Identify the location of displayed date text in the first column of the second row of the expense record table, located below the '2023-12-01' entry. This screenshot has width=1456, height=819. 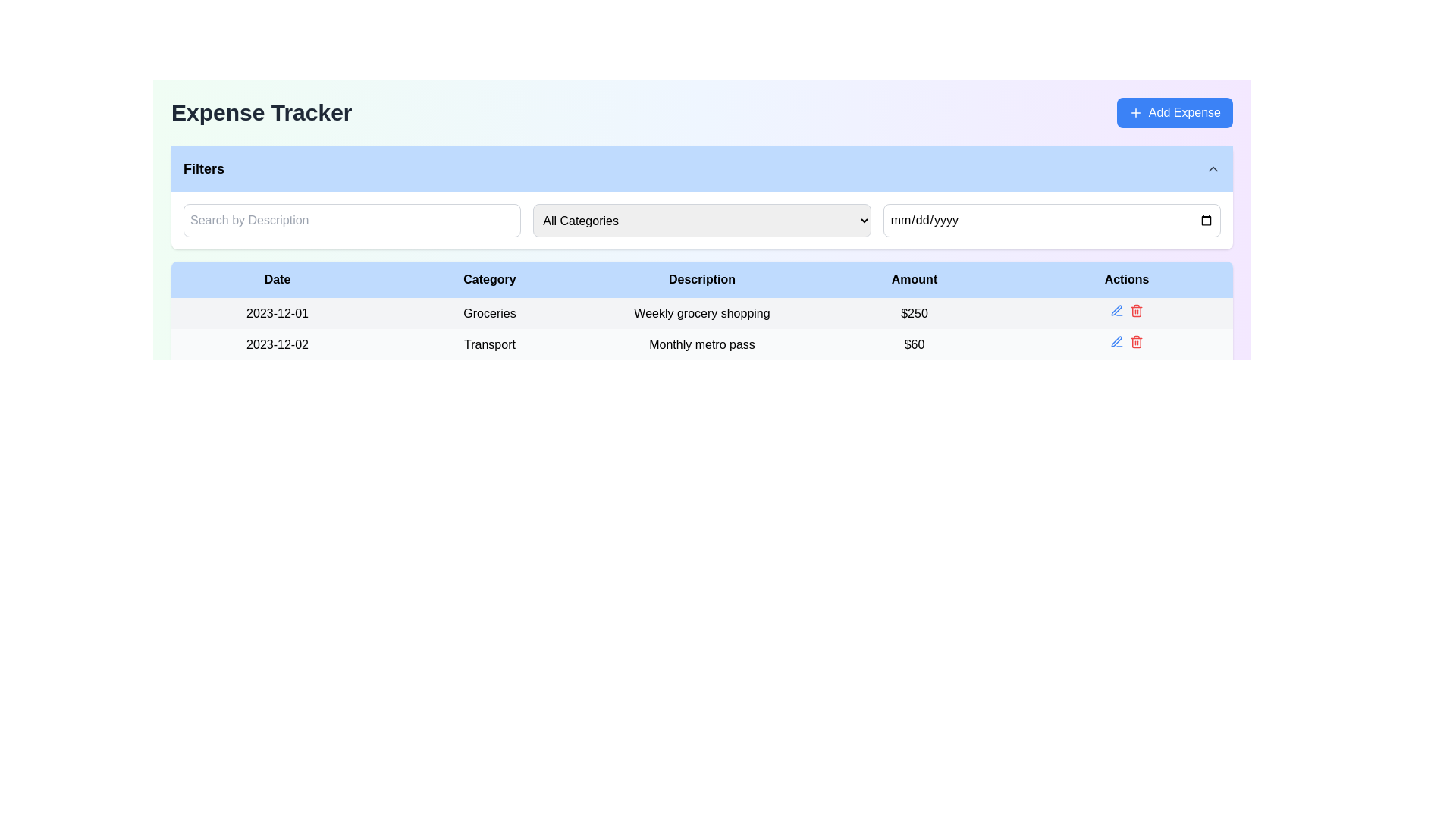
(277, 344).